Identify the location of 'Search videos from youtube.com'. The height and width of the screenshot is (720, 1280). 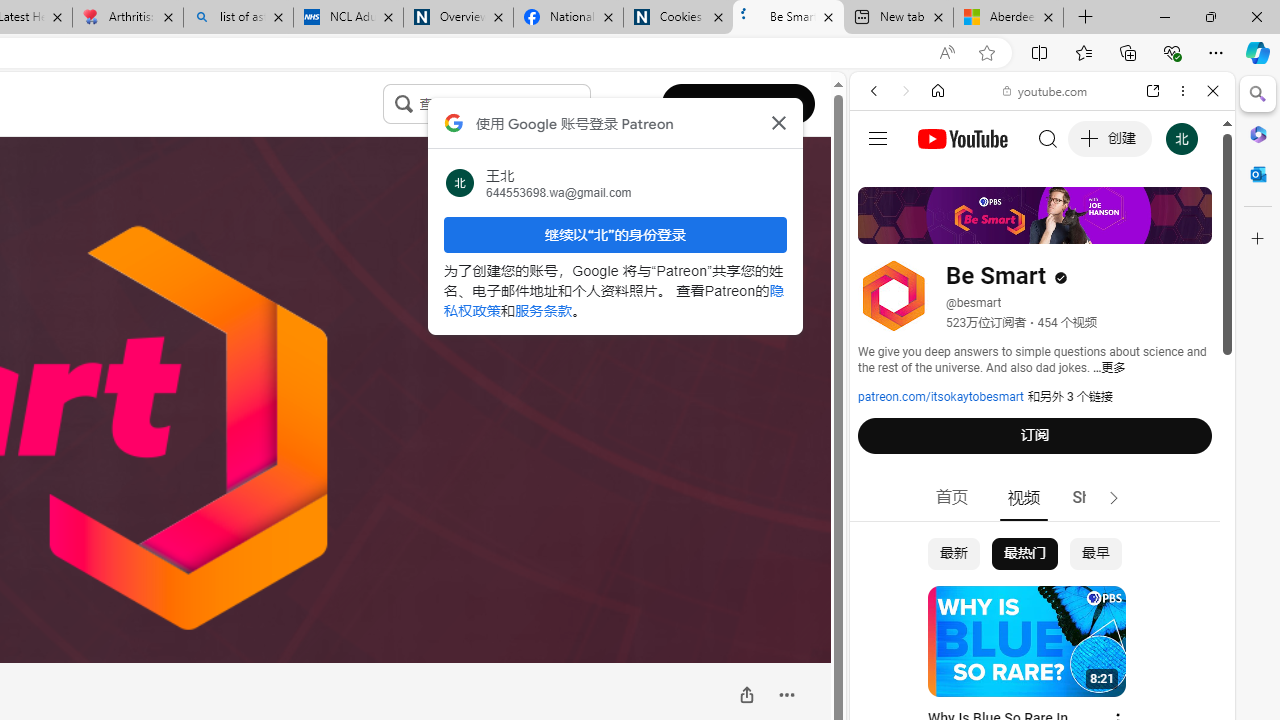
(1006, 658).